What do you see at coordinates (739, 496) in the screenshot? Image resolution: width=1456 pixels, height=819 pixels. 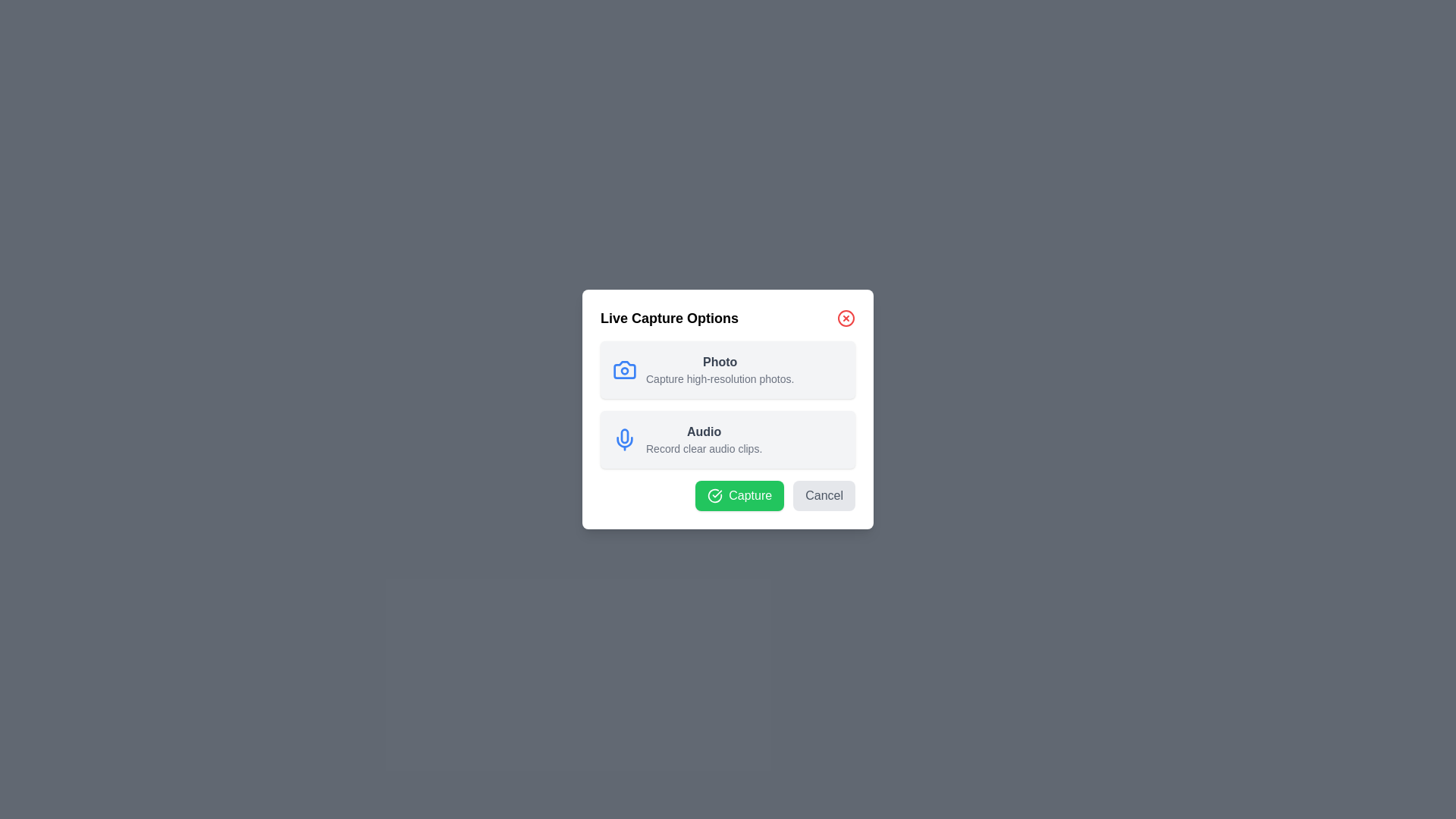 I see `the 'Capture' button to confirm the selection` at bounding box center [739, 496].